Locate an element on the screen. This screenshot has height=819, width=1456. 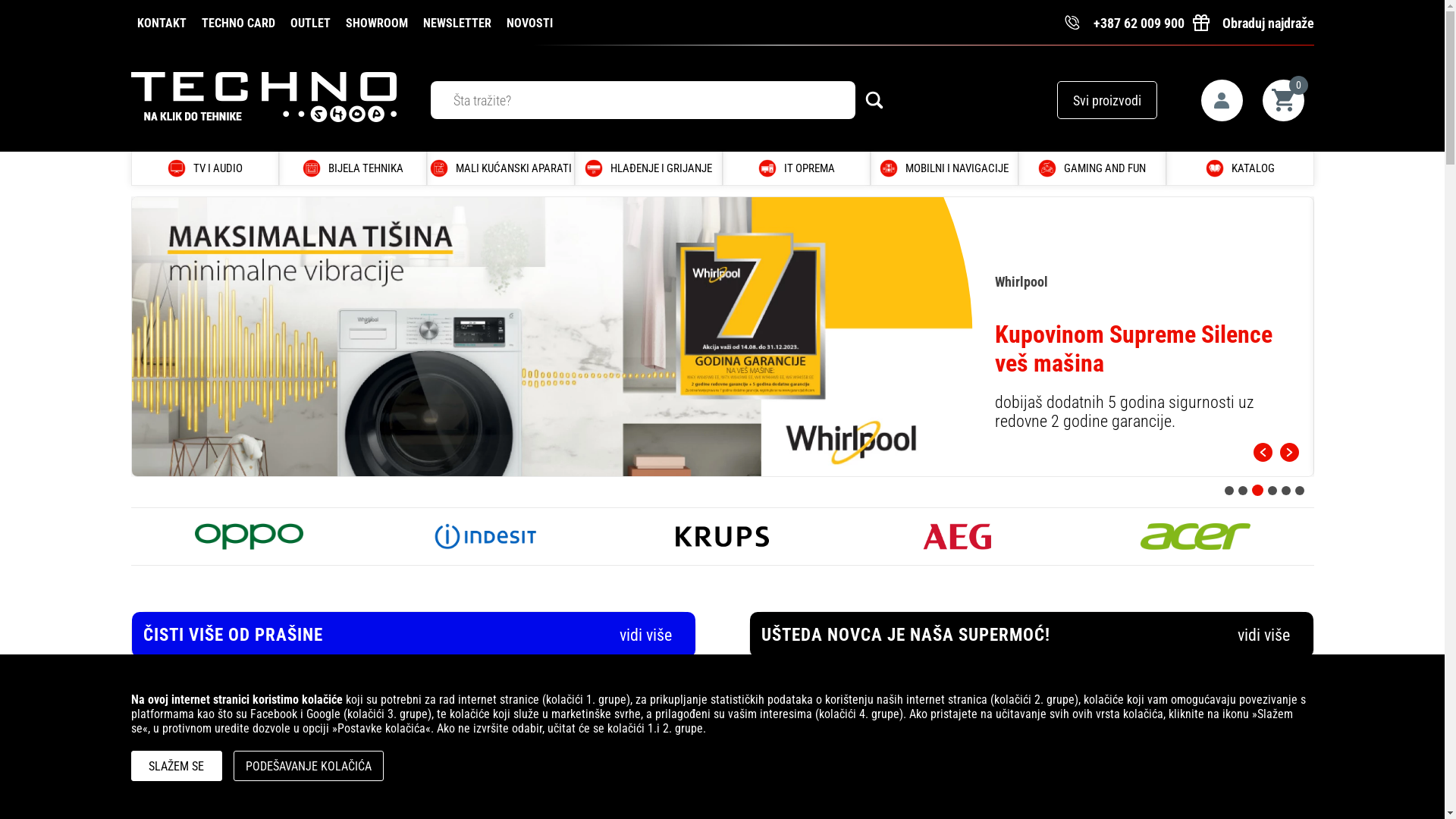
'NEWSLETTER' is located at coordinates (457, 22).